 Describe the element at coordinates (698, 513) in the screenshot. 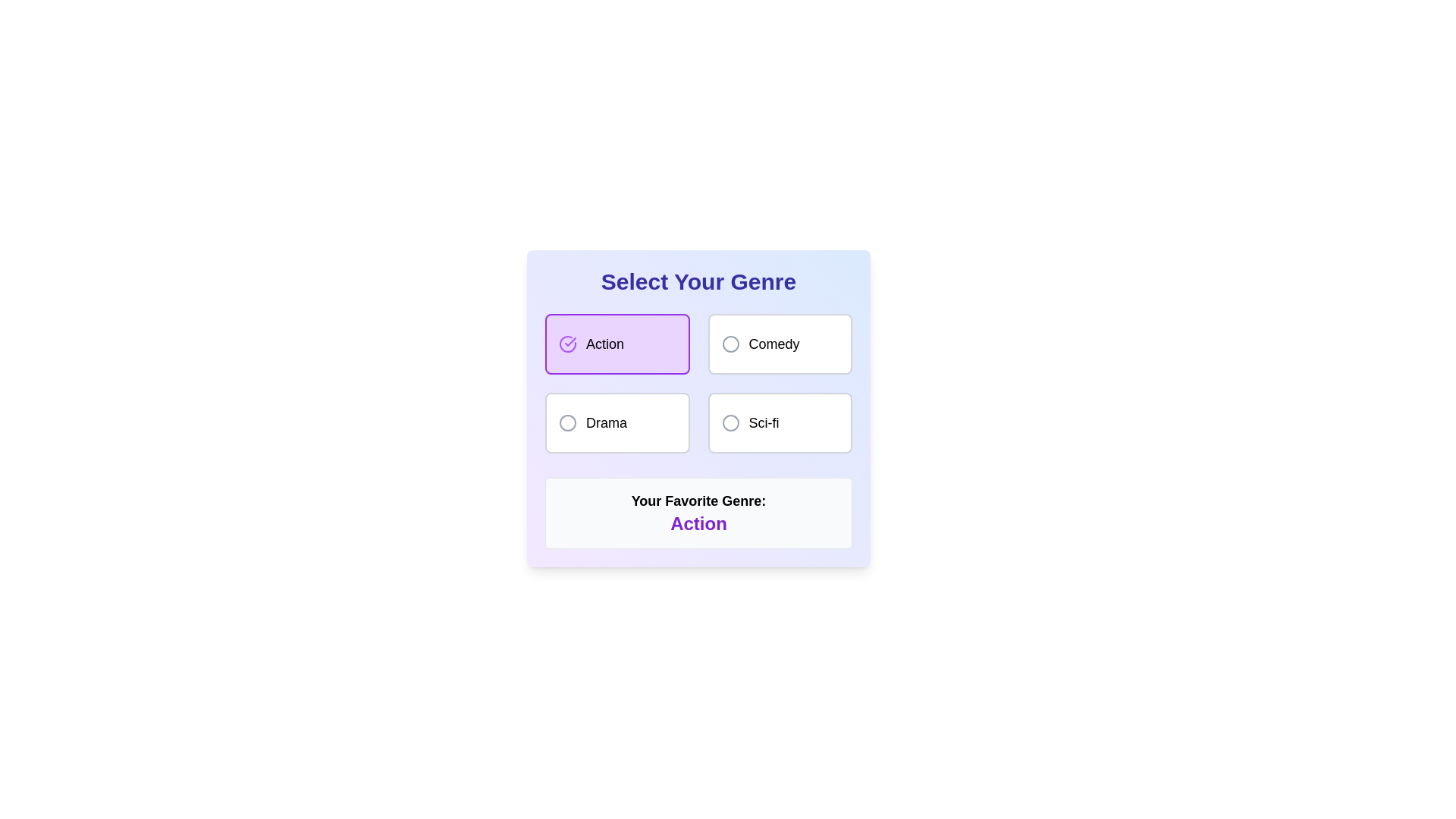

I see `displayed text from the informational display area below the genre selection buttons, which shows 'Your Favorite Genre:' and 'Action'` at that location.